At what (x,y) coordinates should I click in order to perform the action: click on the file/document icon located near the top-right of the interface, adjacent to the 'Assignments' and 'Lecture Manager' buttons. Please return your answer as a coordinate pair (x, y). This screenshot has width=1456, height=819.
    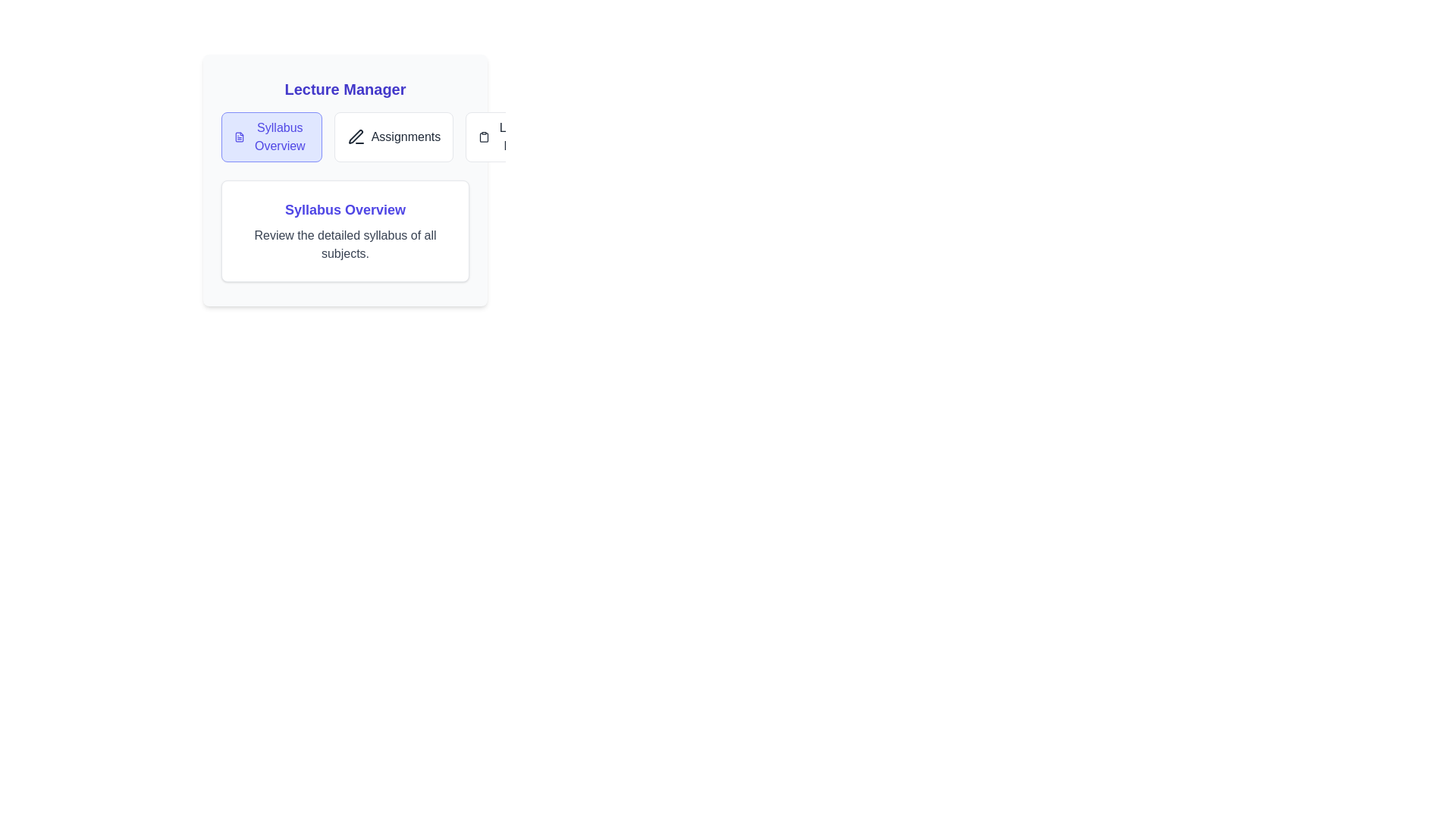
    Looking at the image, I should click on (239, 137).